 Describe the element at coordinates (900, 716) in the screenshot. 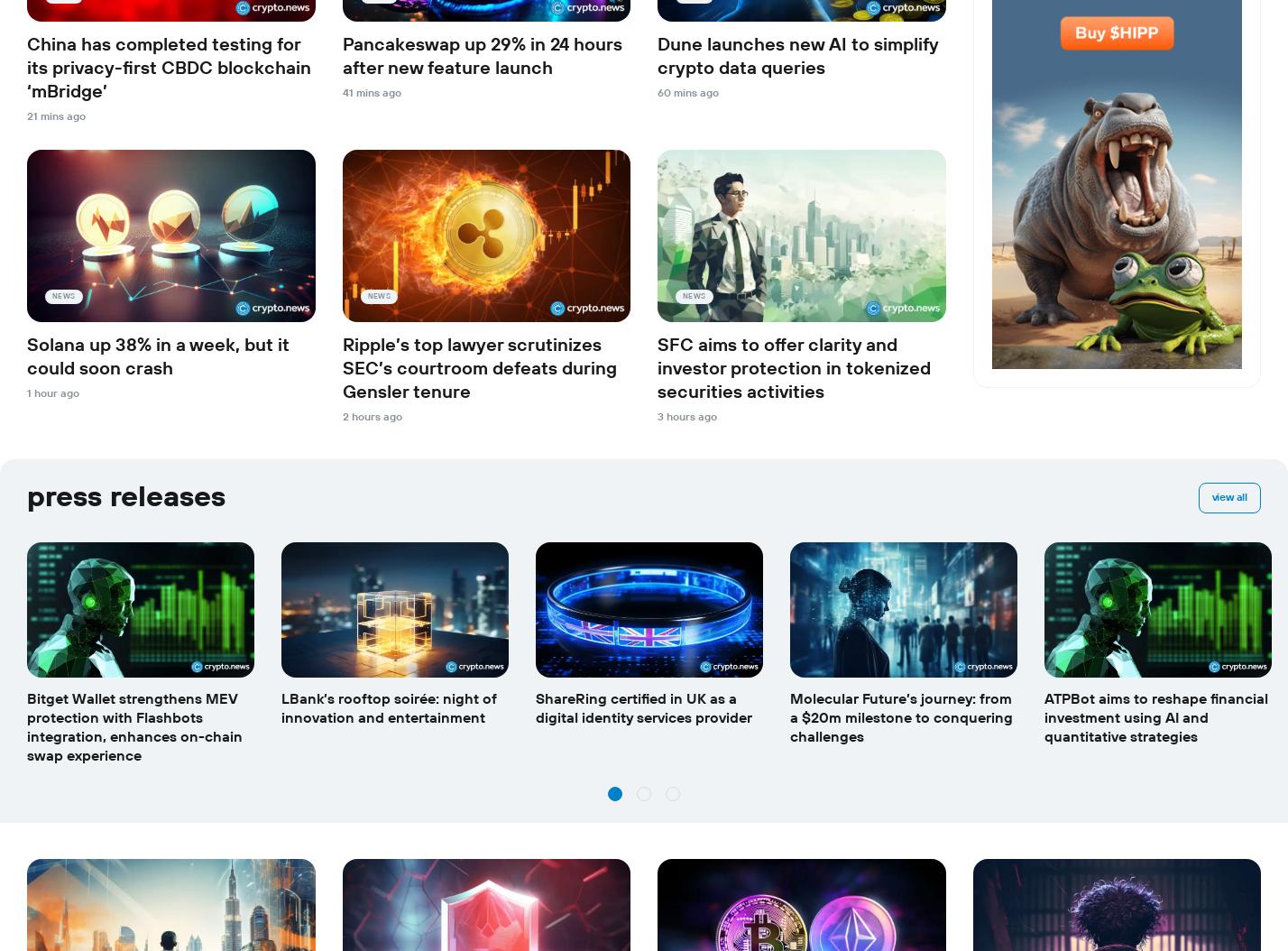

I see `'Molecular Future’s journey: from a $20m milestone to conquering challenges'` at that location.